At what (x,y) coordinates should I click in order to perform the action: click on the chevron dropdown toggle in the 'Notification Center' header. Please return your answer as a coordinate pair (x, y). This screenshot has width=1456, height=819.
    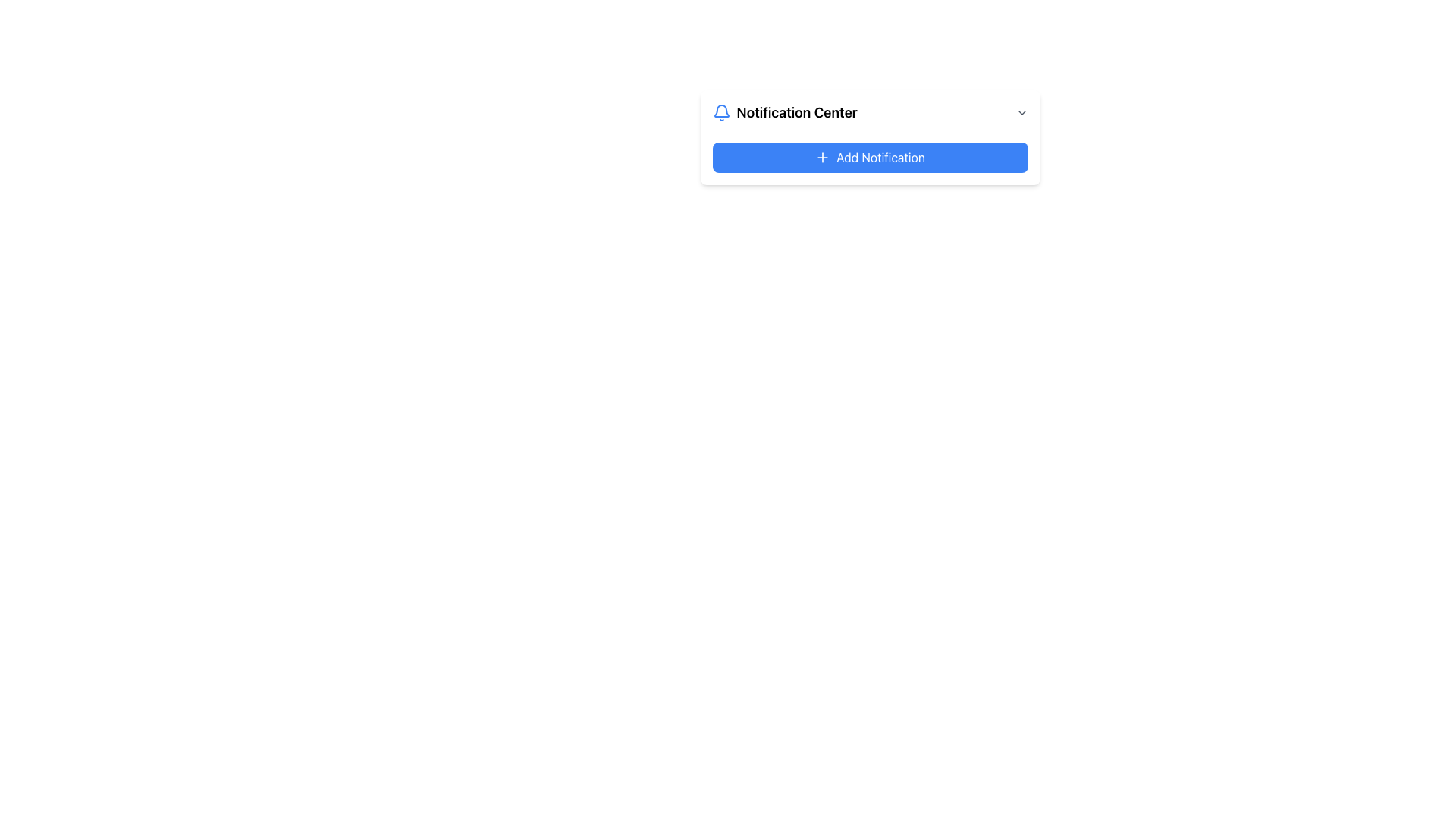
    Looking at the image, I should click on (1021, 112).